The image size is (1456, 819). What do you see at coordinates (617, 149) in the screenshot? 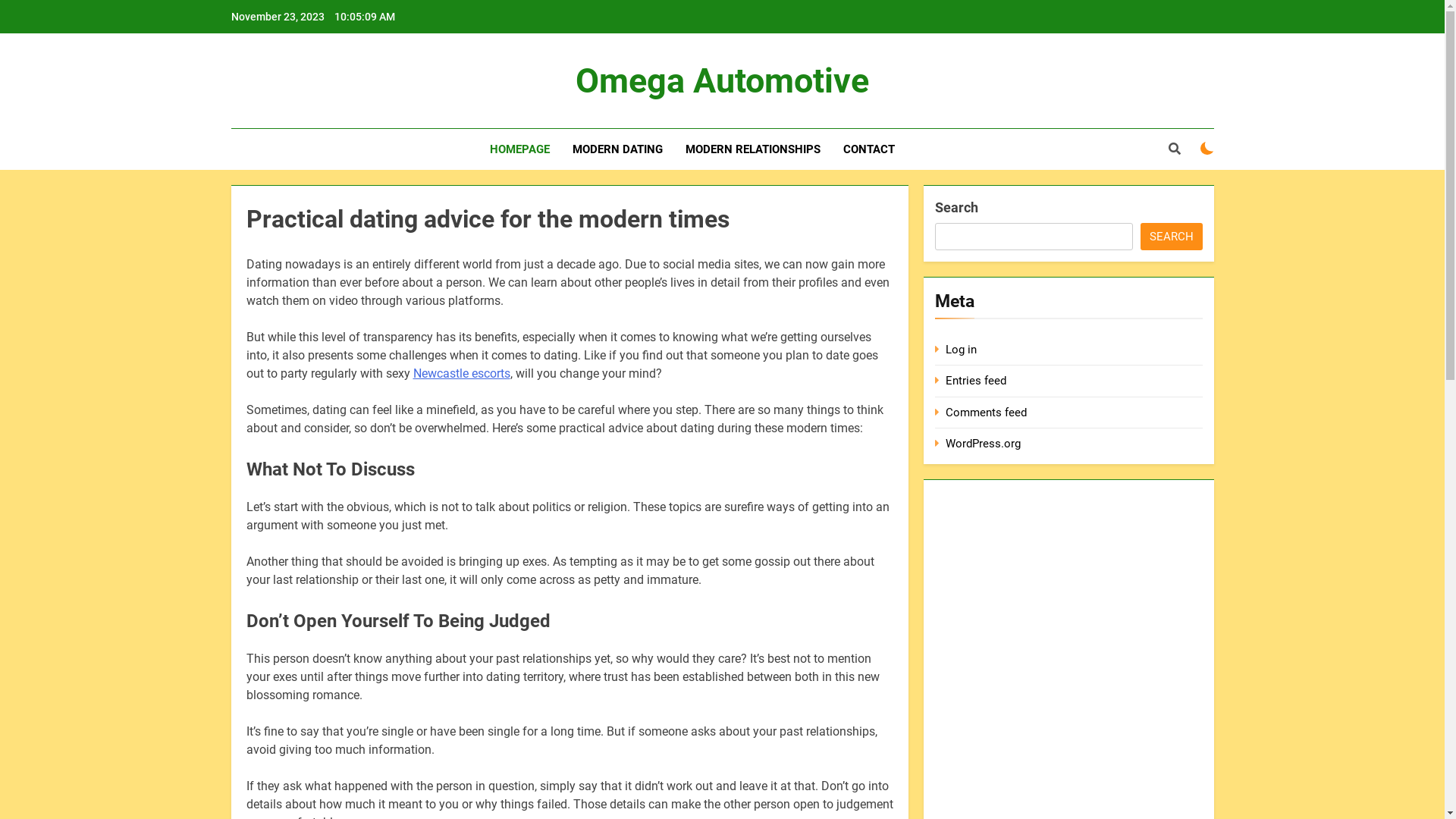
I see `'MODERN DATING'` at bounding box center [617, 149].